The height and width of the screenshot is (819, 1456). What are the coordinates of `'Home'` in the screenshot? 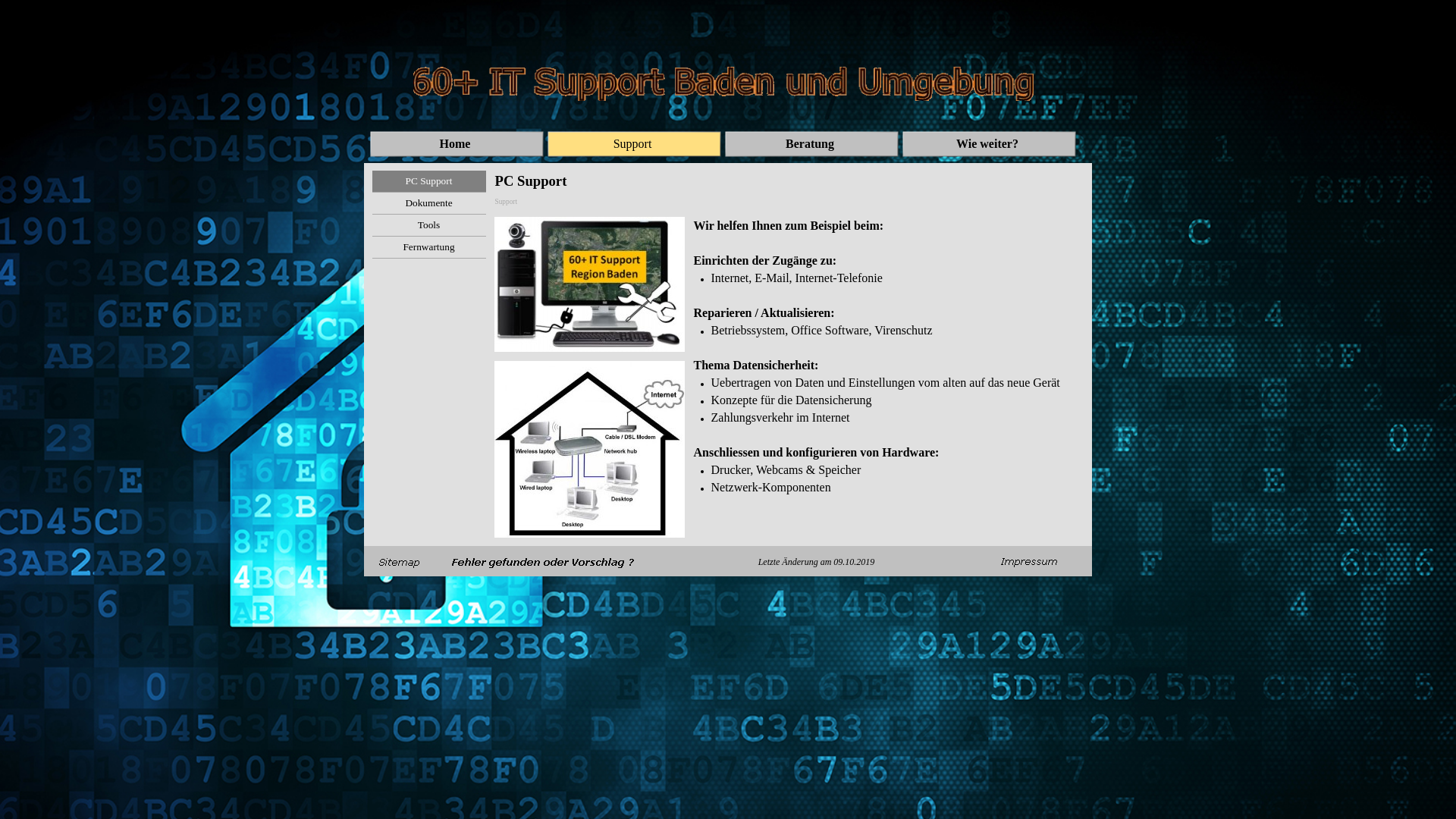 It's located at (457, 143).